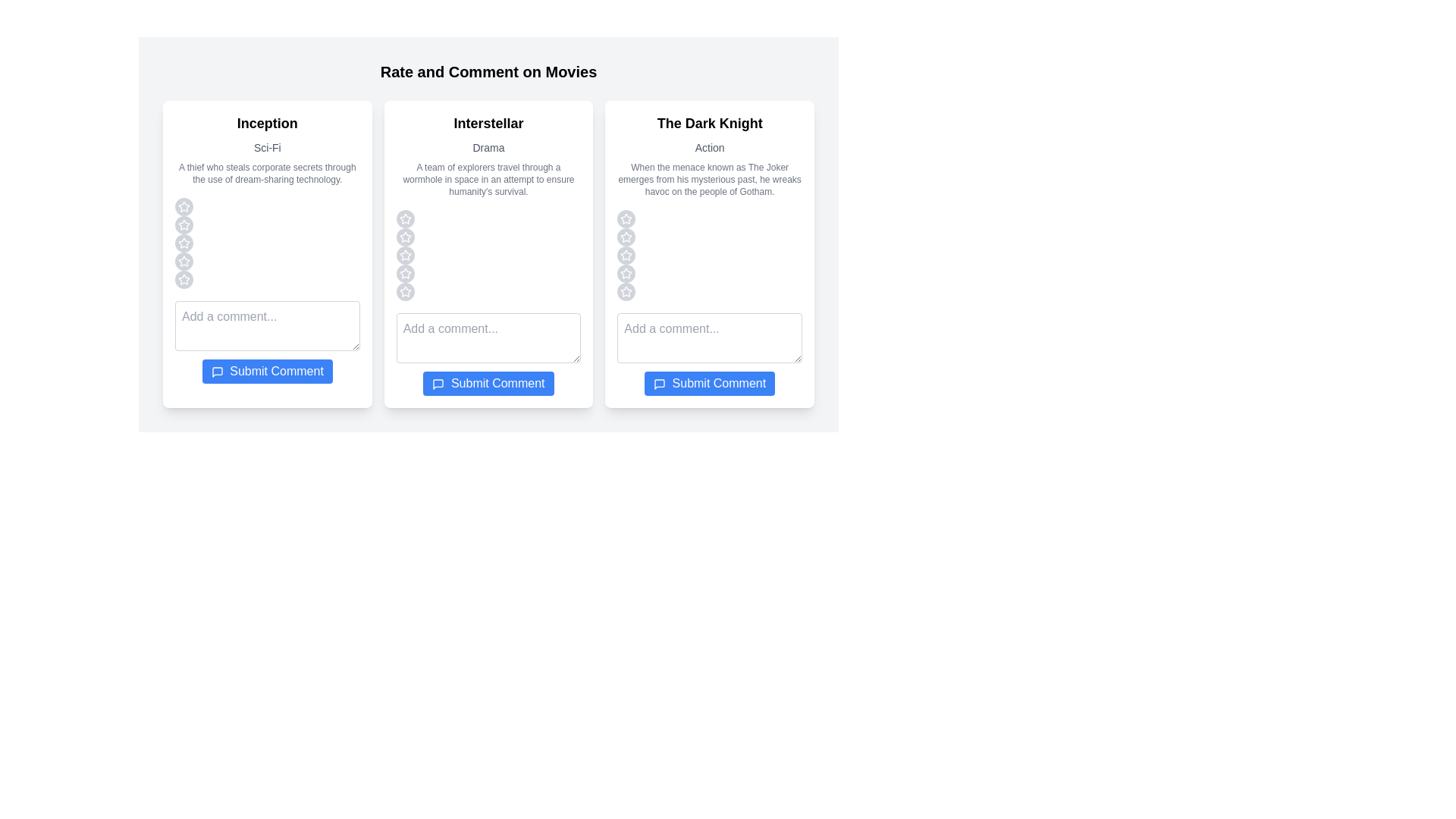 Image resolution: width=1456 pixels, height=819 pixels. I want to click on the star corresponding to the rating 4 for the movie Interstellar, so click(404, 274).